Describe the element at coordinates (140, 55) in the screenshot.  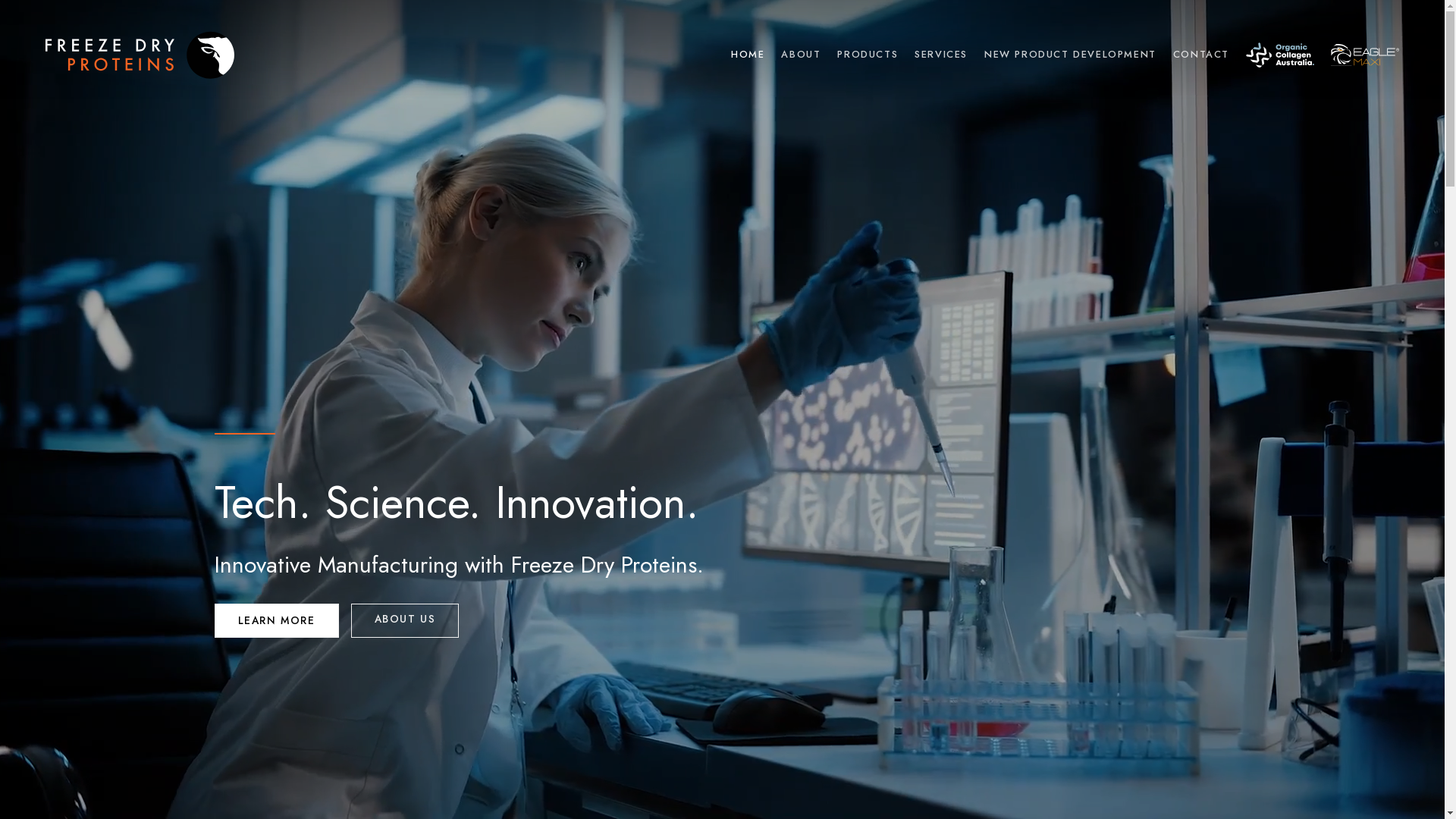
I see `'Freeze Dry Proteins'` at that location.